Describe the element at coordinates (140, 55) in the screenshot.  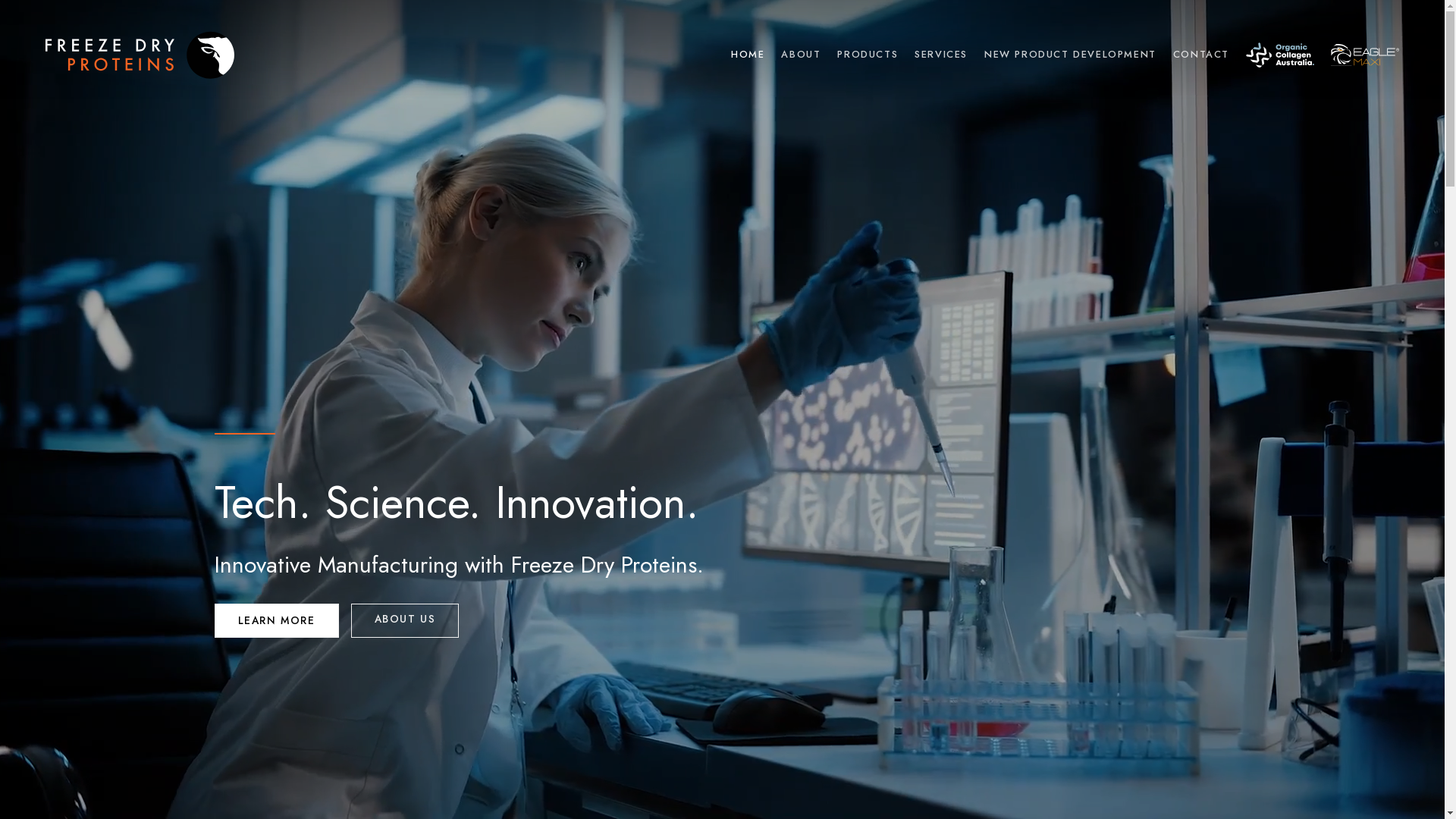
I see `'Freeze Dry Proteins'` at that location.